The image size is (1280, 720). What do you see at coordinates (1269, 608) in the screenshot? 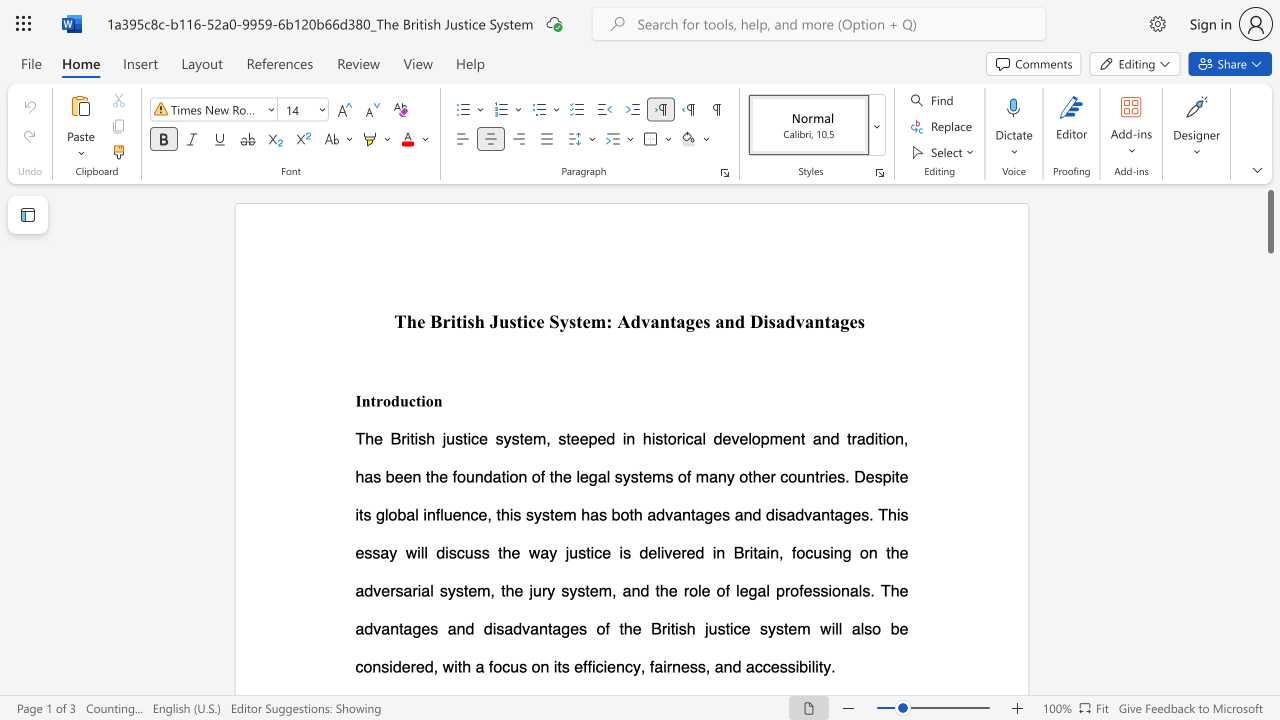
I see `the vertical scrollbar to lower the page content` at bounding box center [1269, 608].